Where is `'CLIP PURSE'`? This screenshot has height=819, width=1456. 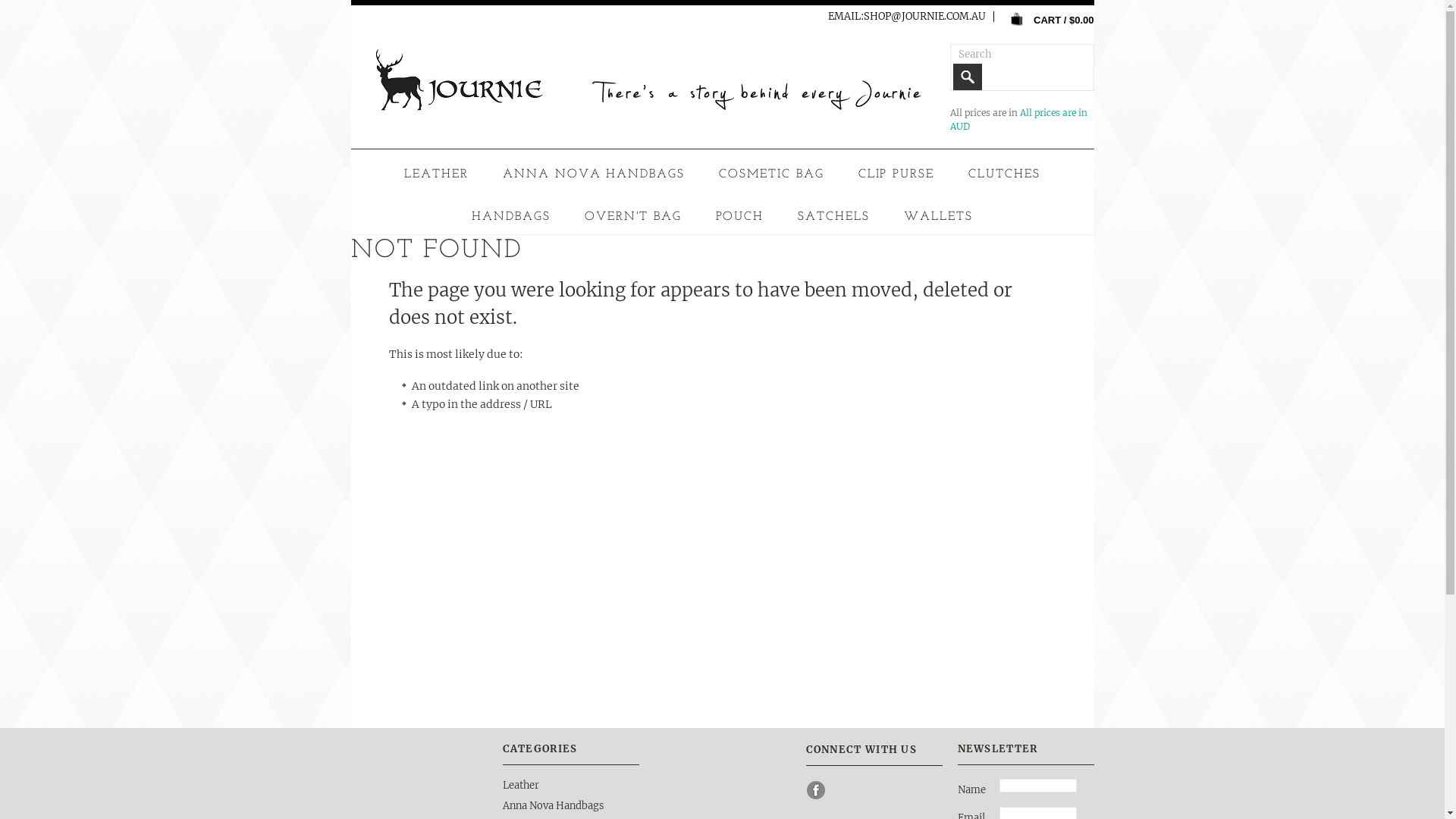
'CLIP PURSE' is located at coordinates (896, 174).